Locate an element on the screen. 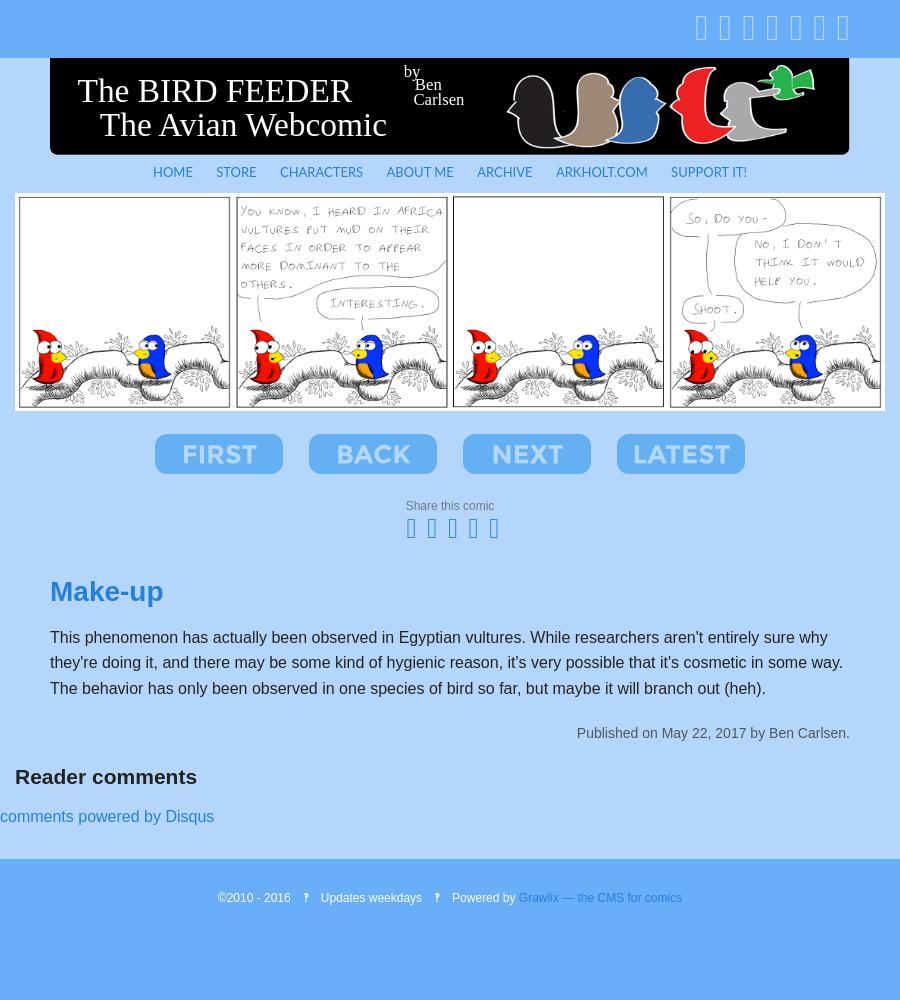  '.' is located at coordinates (847, 731).